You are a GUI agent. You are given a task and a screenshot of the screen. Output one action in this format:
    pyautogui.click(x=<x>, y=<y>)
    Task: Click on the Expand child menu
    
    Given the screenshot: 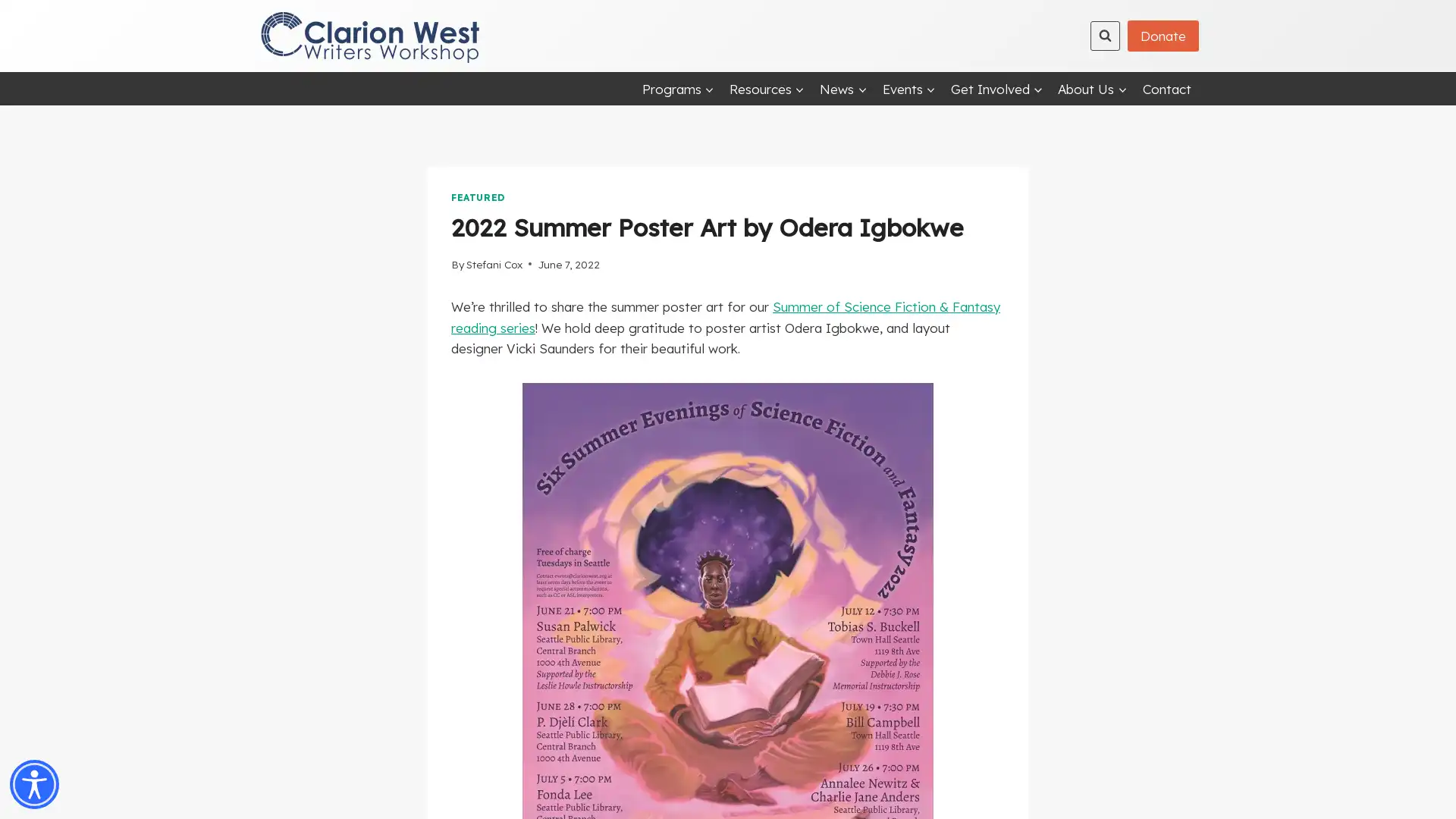 What is the action you would take?
    pyautogui.click(x=908, y=88)
    